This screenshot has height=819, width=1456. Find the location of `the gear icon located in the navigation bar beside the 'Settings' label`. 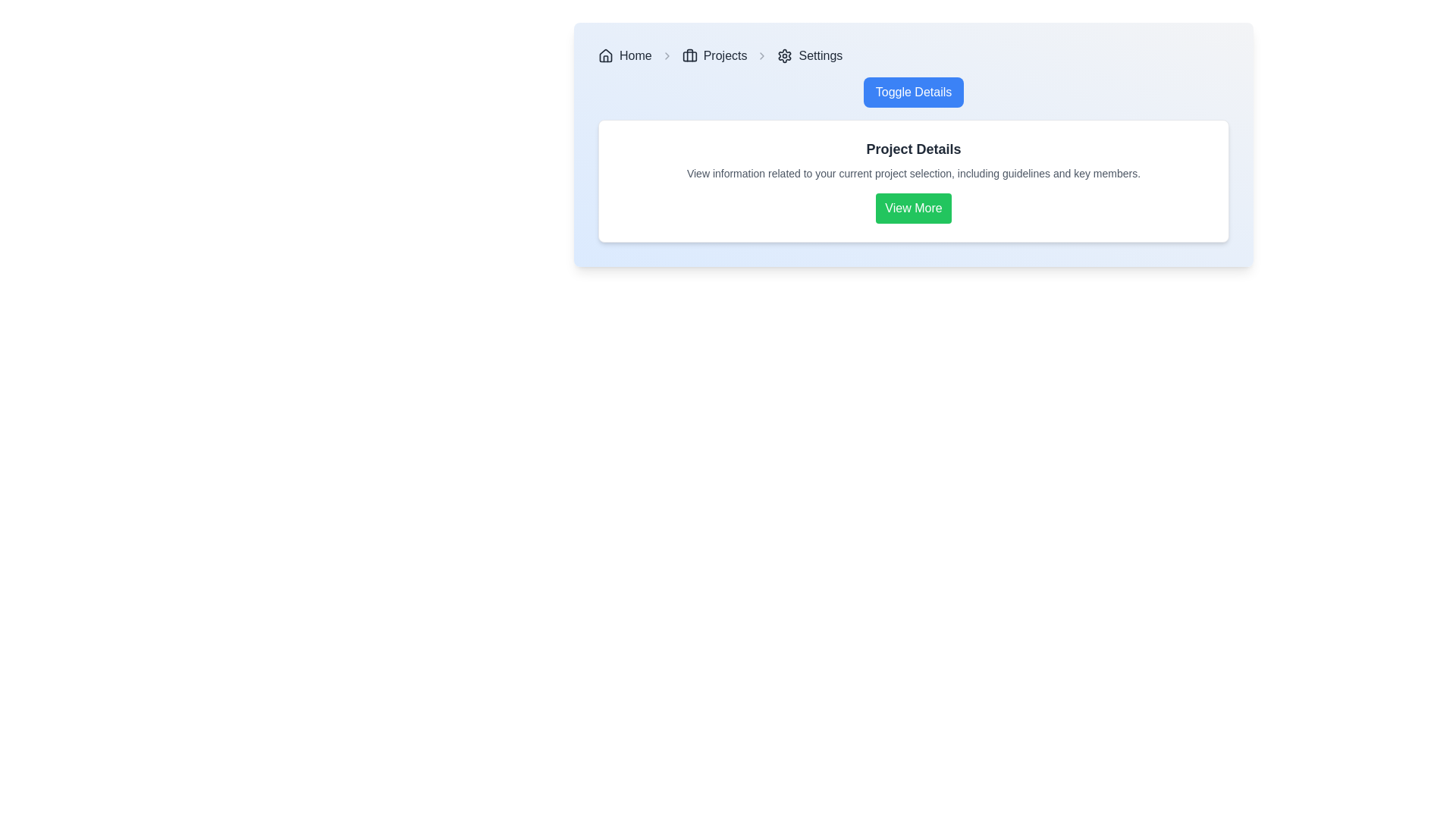

the gear icon located in the navigation bar beside the 'Settings' label is located at coordinates (785, 55).